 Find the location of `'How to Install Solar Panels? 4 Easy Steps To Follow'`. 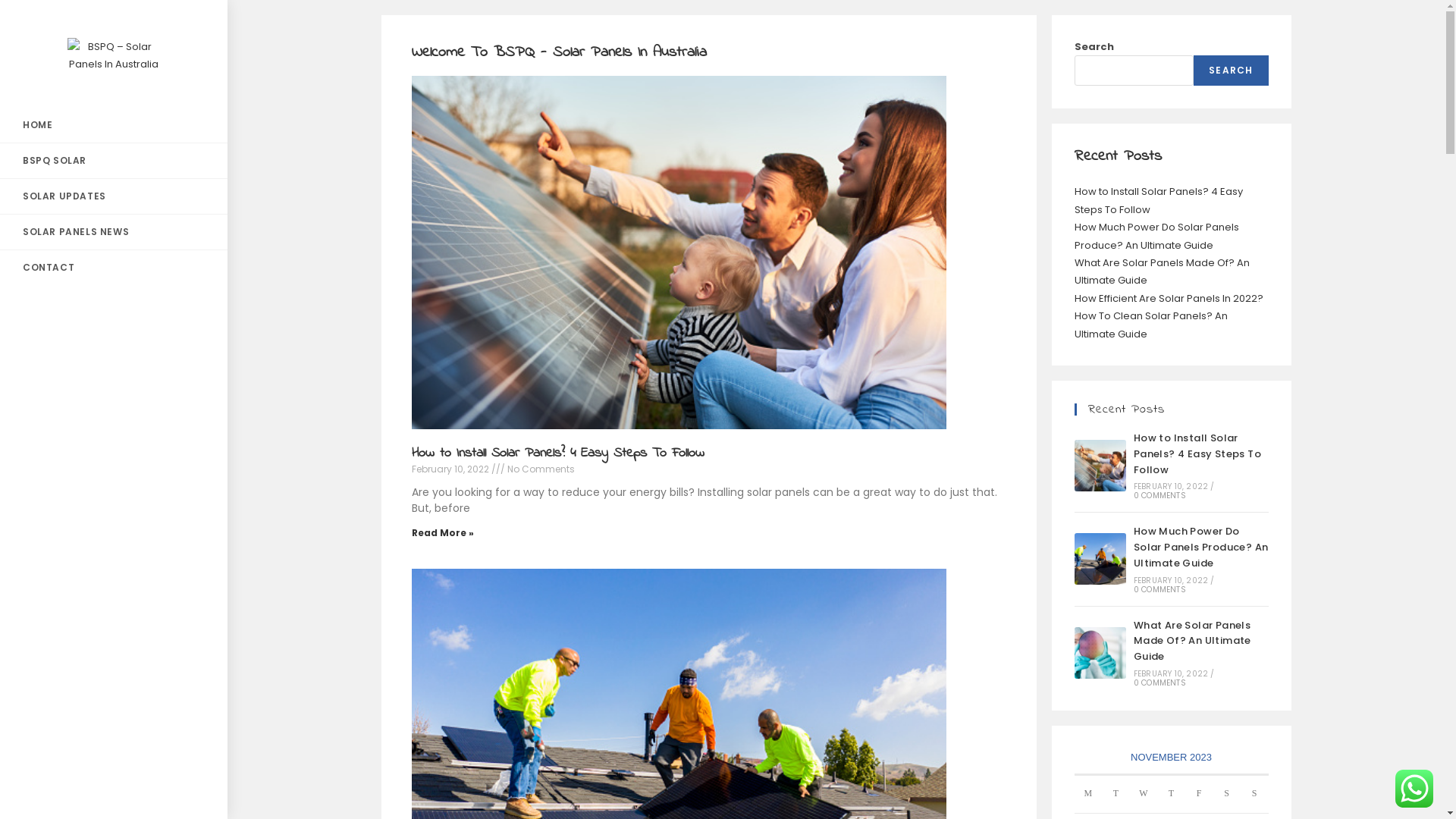

'How to Install Solar Panels? 4 Easy Steps To Follow' is located at coordinates (556, 452).